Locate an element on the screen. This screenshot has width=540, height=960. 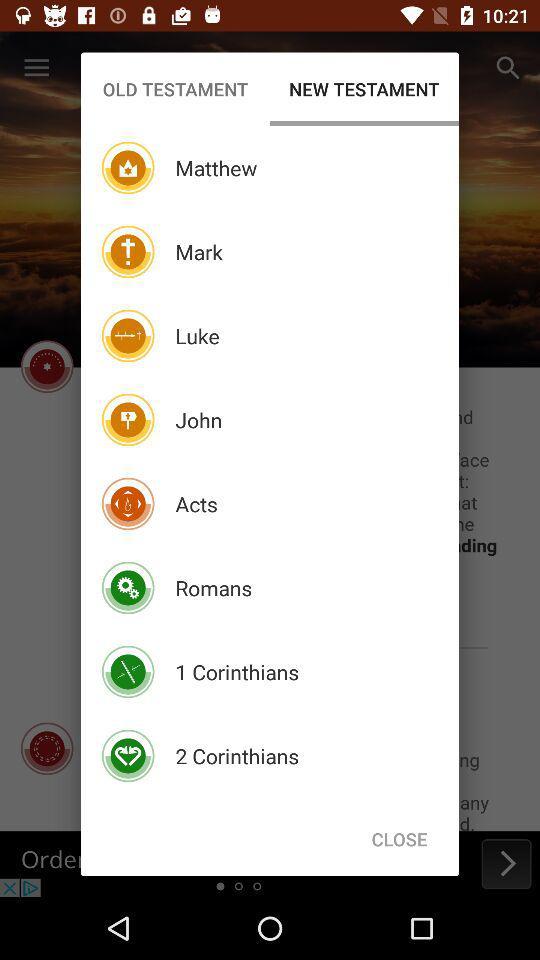
icon above the 1 corinthians item is located at coordinates (212, 588).